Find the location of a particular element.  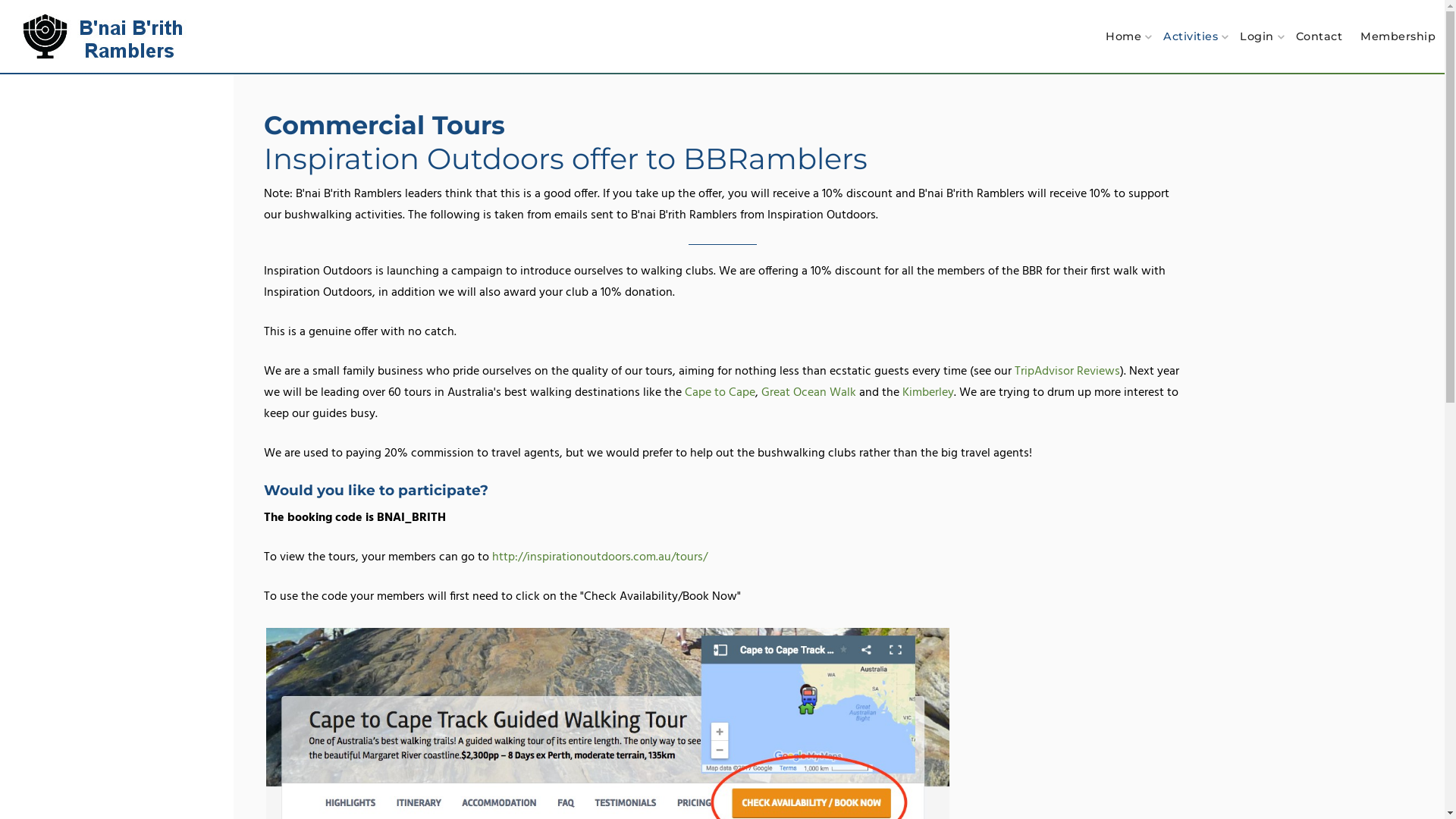

'Contact' is located at coordinates (1317, 35).